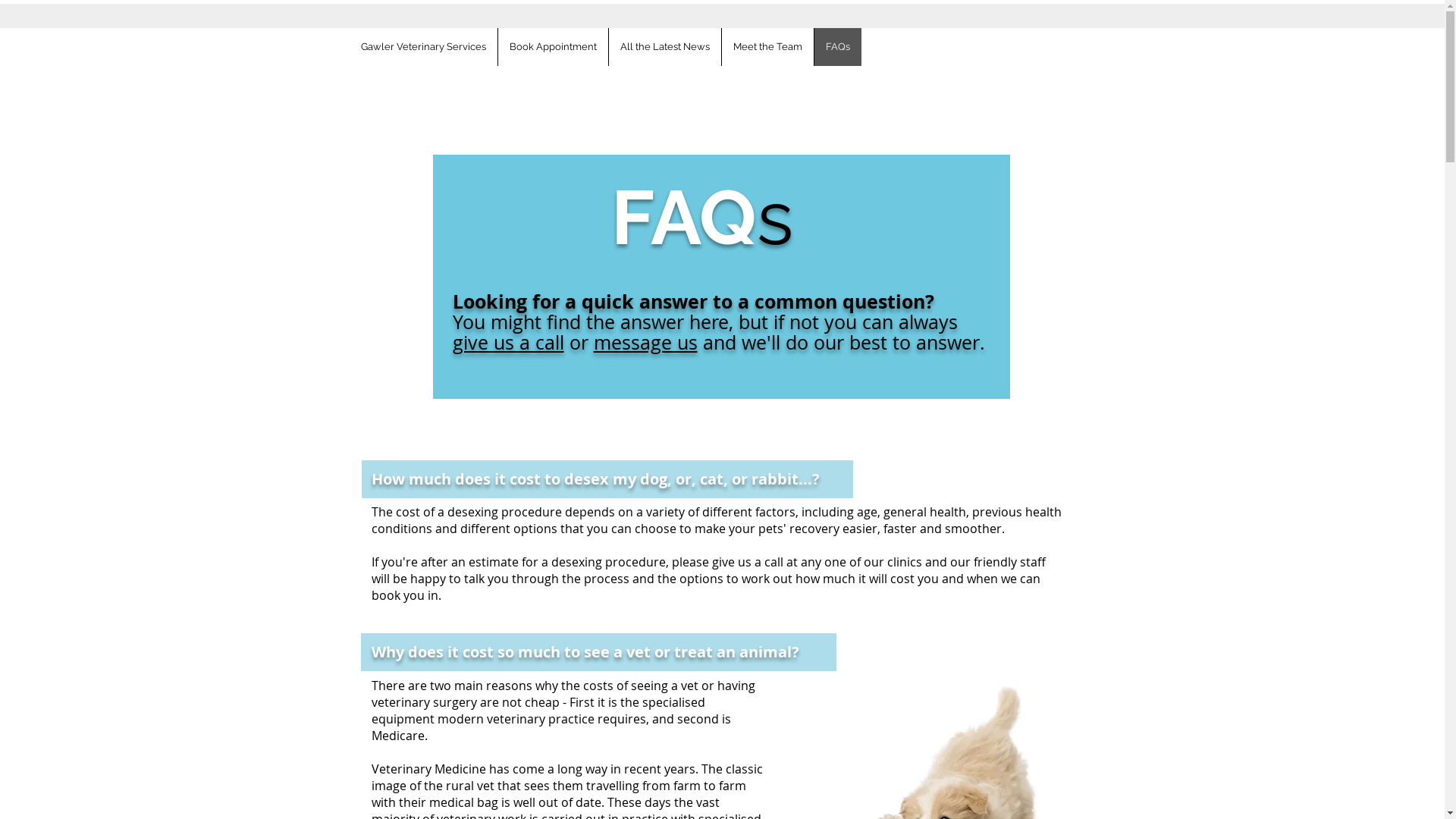  Describe the element at coordinates (836, 45) in the screenshot. I see `'FAQs'` at that location.